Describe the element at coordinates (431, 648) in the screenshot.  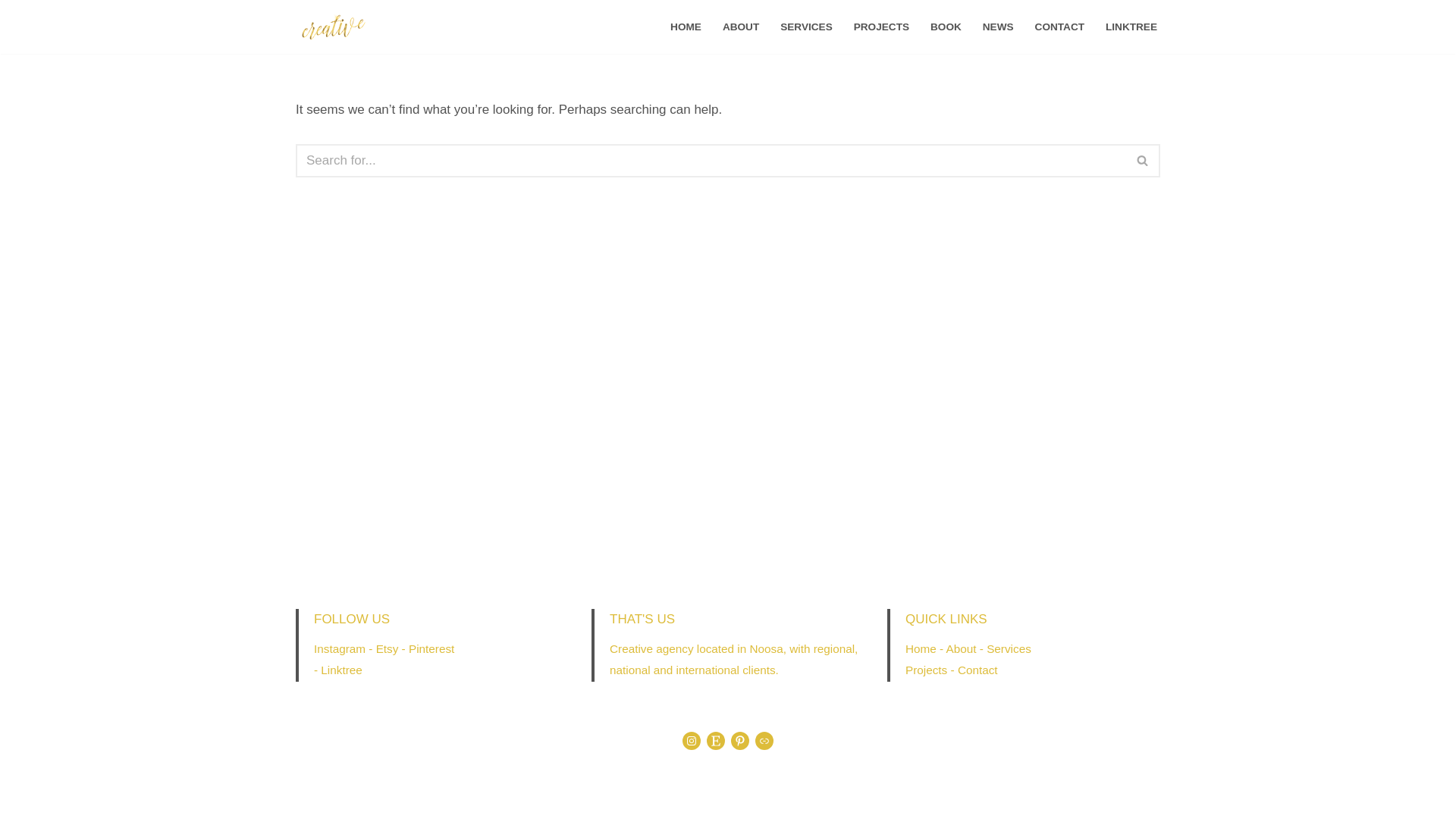
I see `'Pinterest'` at that location.